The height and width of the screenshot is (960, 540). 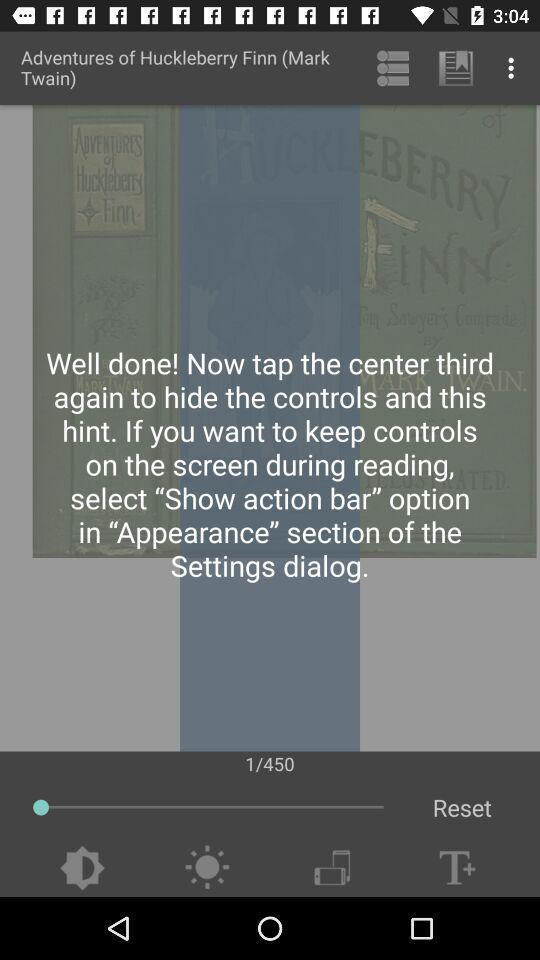 What do you see at coordinates (332, 867) in the screenshot?
I see `change view to landscape` at bounding box center [332, 867].